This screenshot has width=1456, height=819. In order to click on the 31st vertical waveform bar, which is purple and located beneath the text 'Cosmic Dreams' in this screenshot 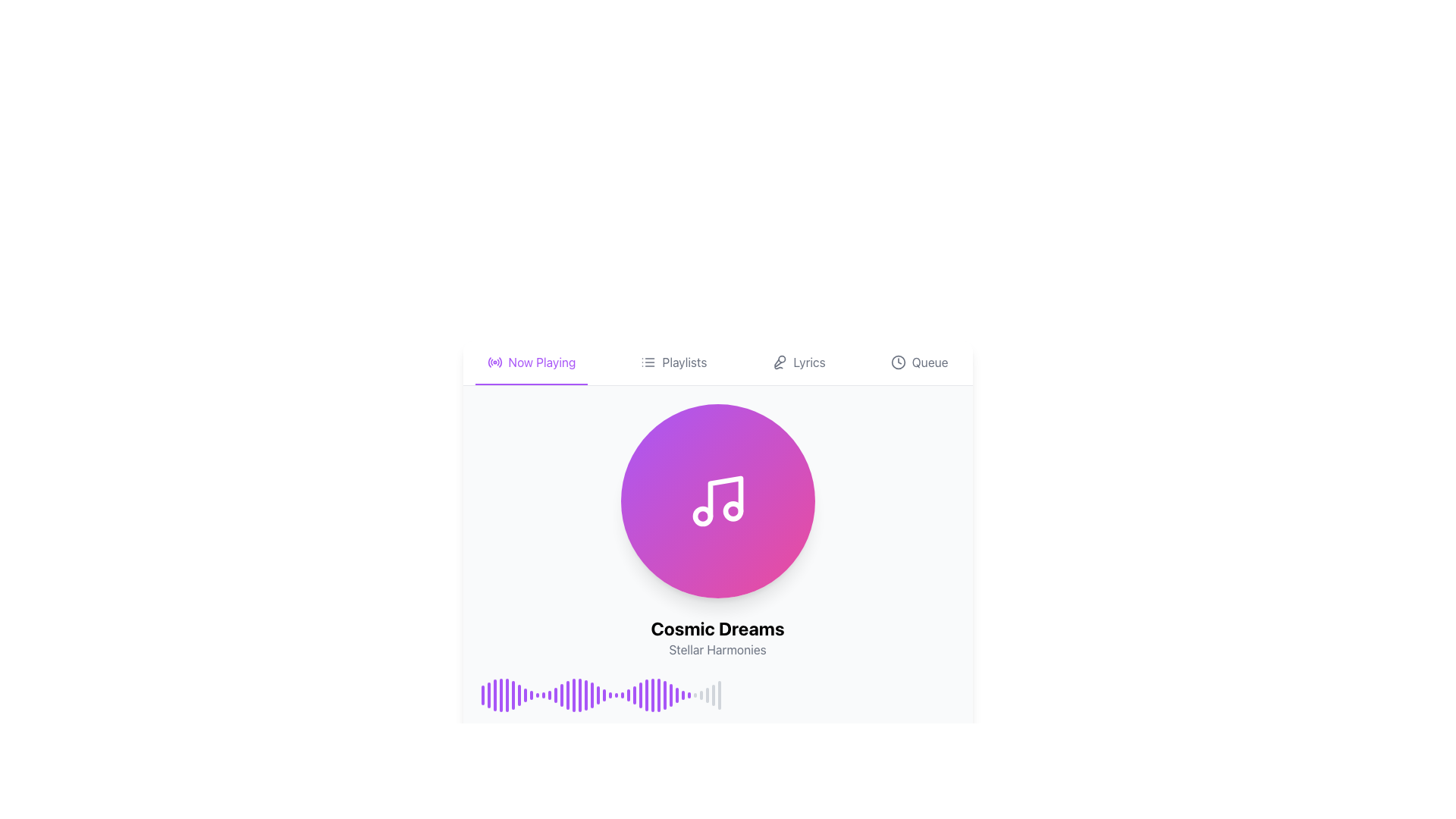, I will do `click(670, 695)`.